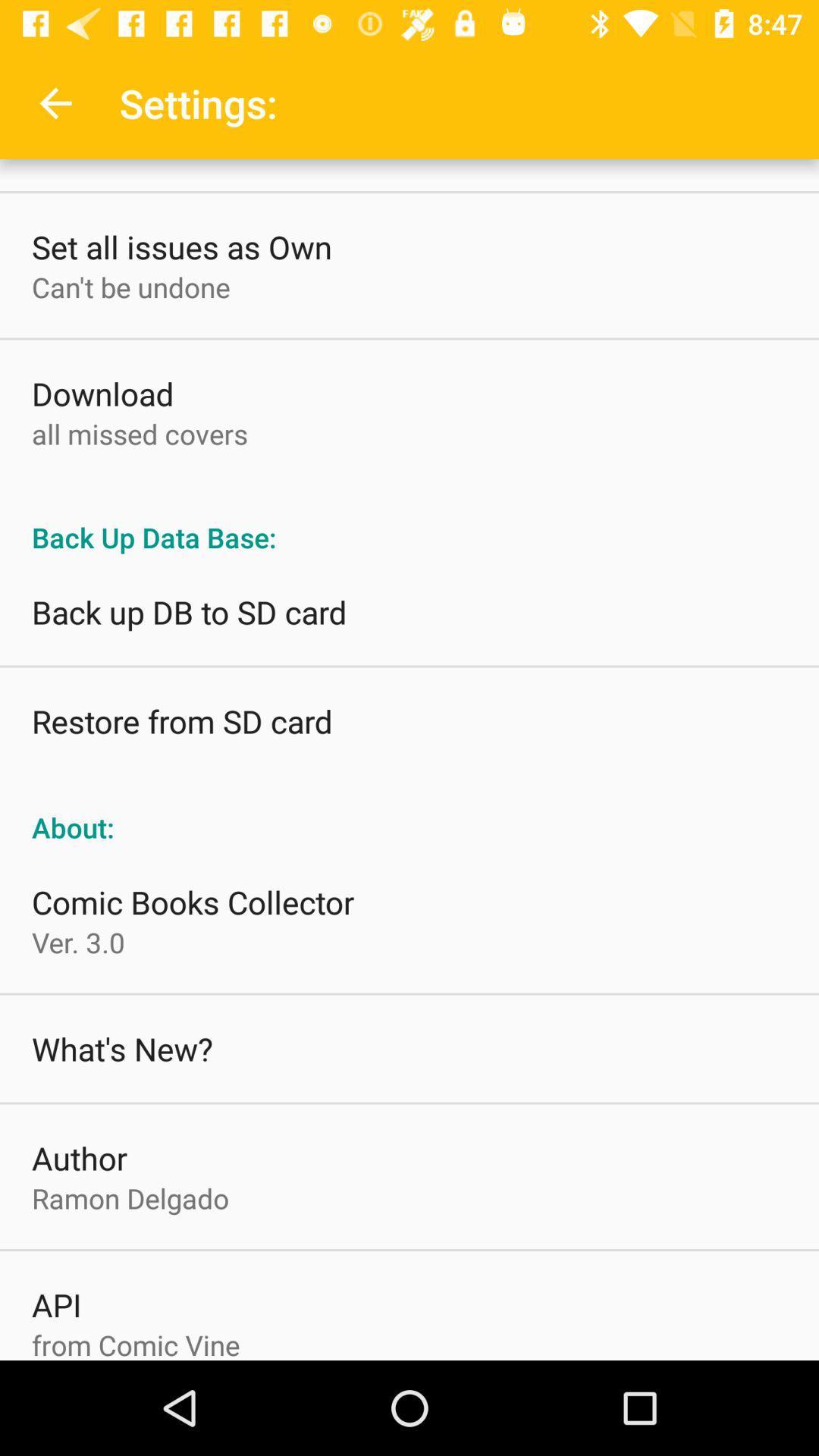  Describe the element at coordinates (102, 393) in the screenshot. I see `the download item` at that location.